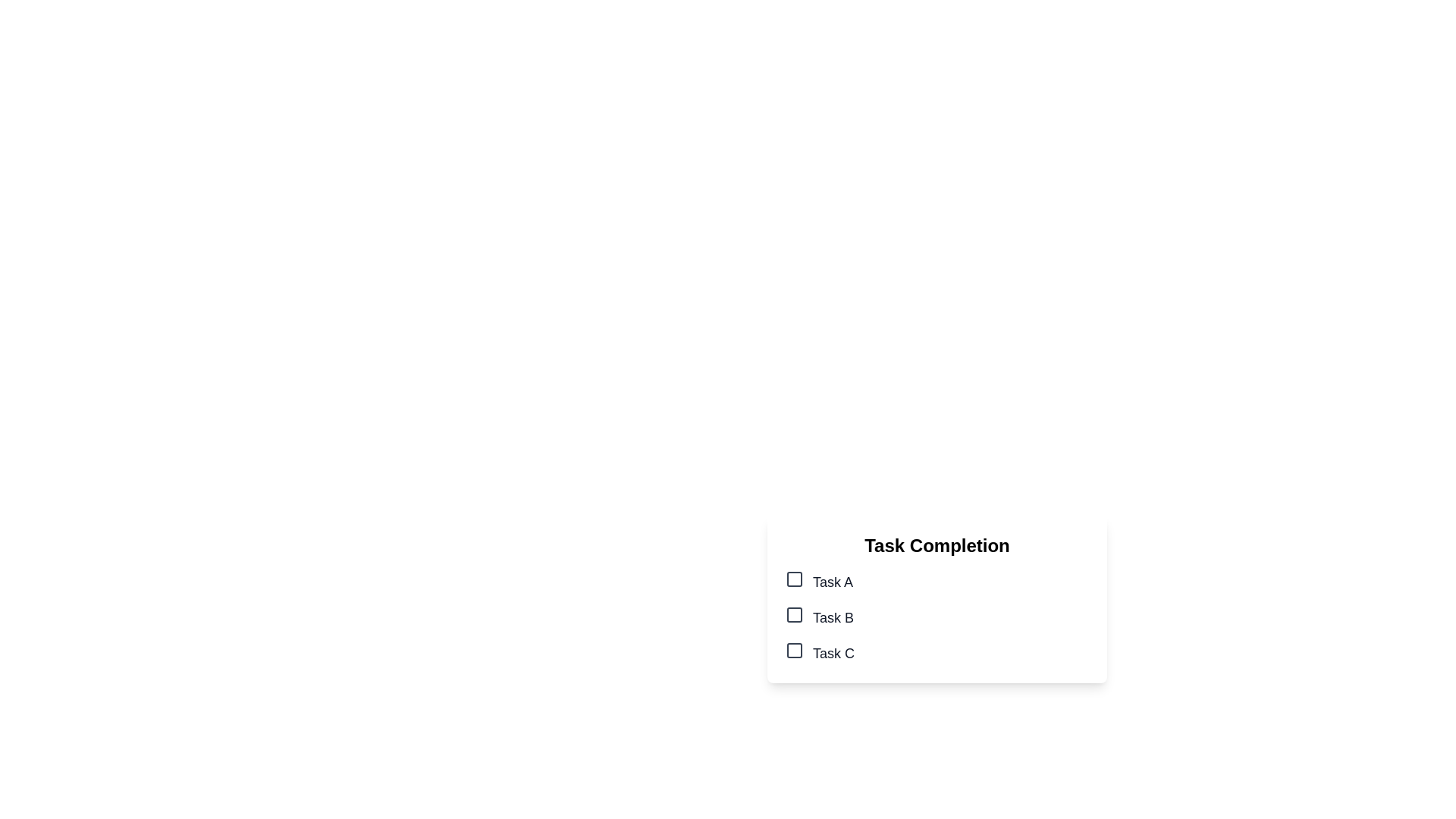  What do you see at coordinates (793, 652) in the screenshot?
I see `the empty checkbox located to the left of the label 'Task C' to check it` at bounding box center [793, 652].